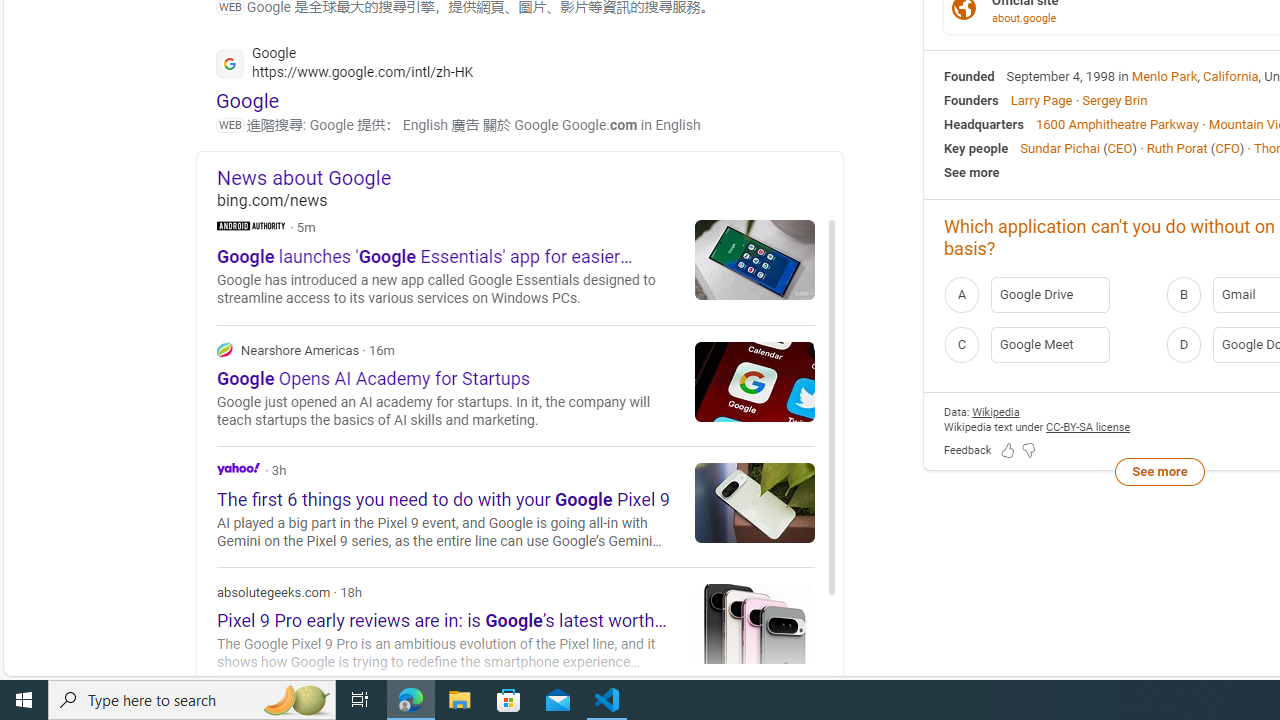 The height and width of the screenshot is (720, 1280). What do you see at coordinates (238, 468) in the screenshot?
I see `'Yahoo'` at bounding box center [238, 468].